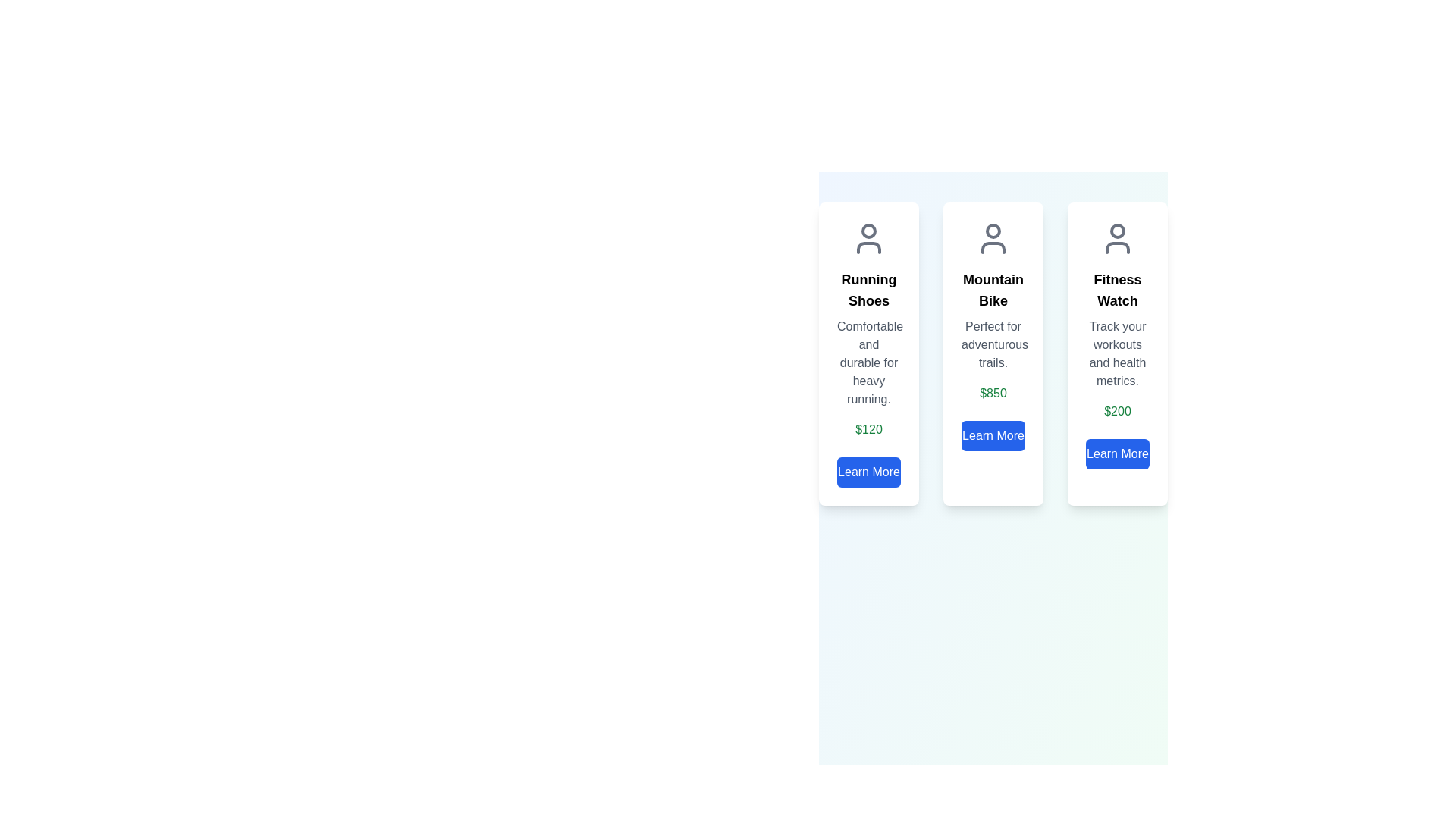 The width and height of the screenshot is (1456, 819). Describe the element at coordinates (869, 290) in the screenshot. I see `the heading text element displaying 'Running Shoes', which is centrally aligned within its product card and located near the top of the card` at that location.